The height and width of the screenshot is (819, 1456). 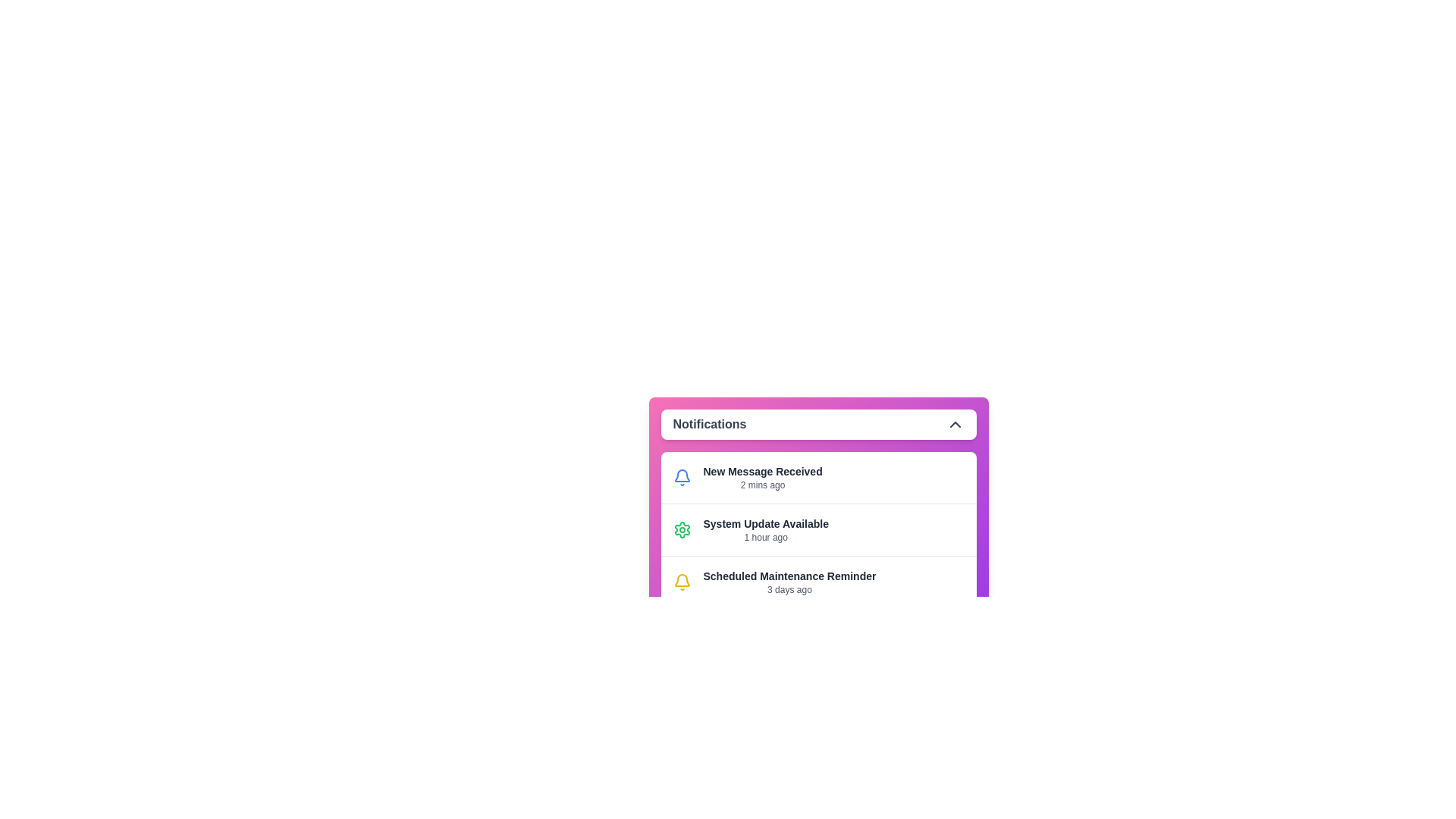 What do you see at coordinates (817, 636) in the screenshot?
I see `the button that allows users` at bounding box center [817, 636].